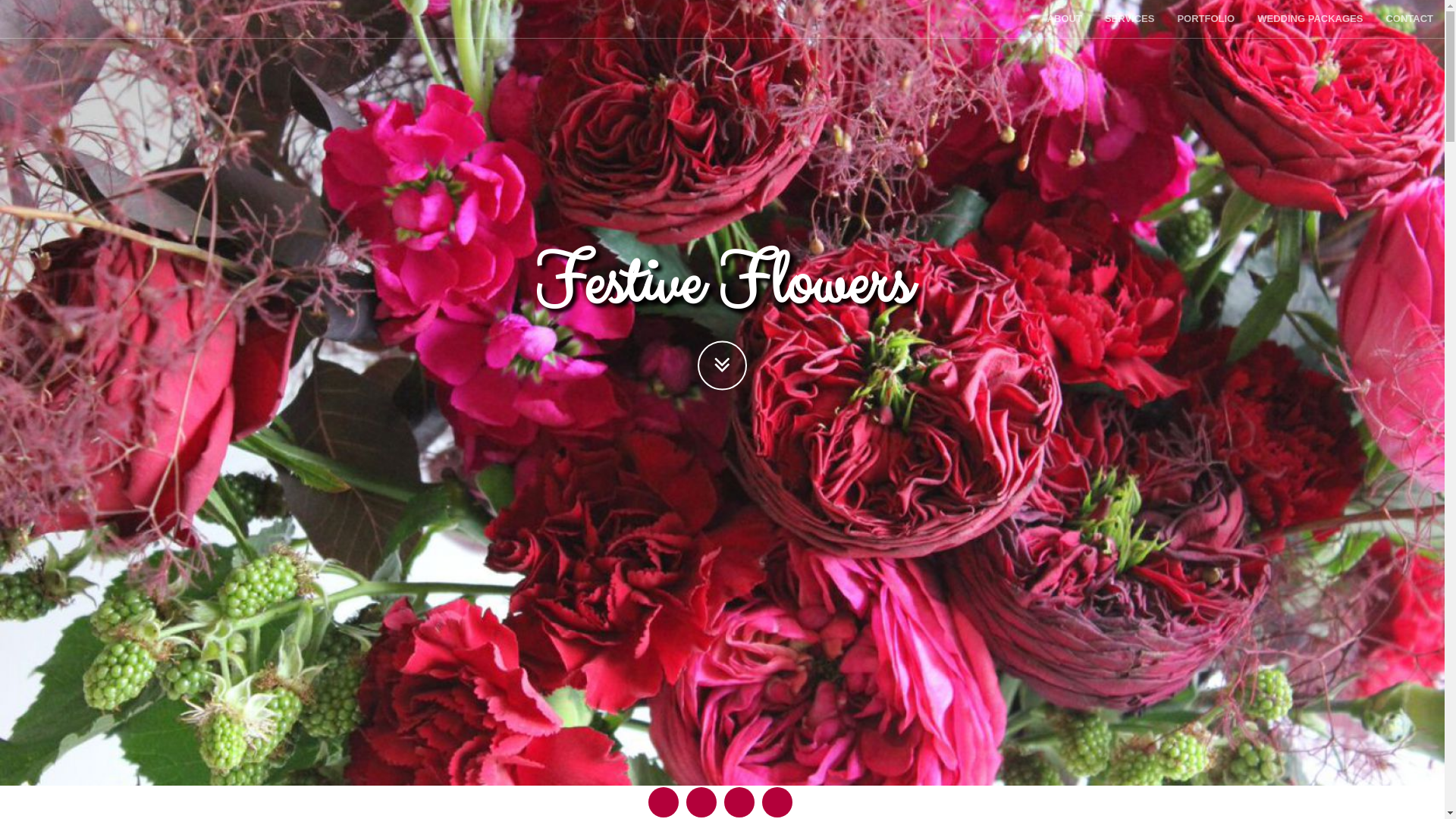 This screenshot has height=819, width=1456. What do you see at coordinates (1204, 18) in the screenshot?
I see `'PORTFOLIO'` at bounding box center [1204, 18].